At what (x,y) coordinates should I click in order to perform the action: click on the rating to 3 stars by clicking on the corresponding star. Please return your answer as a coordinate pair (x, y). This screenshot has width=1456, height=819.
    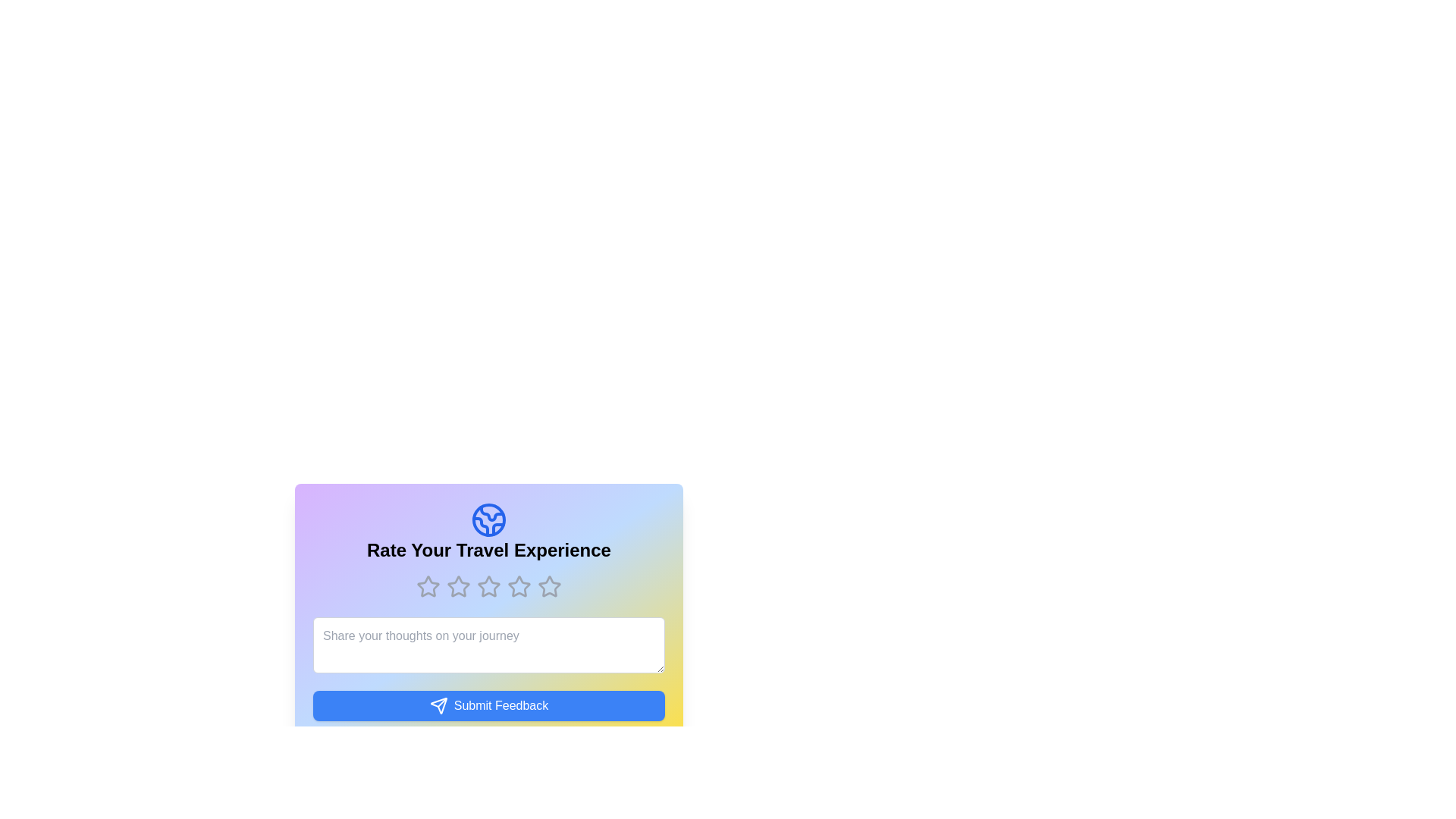
    Looking at the image, I should click on (488, 586).